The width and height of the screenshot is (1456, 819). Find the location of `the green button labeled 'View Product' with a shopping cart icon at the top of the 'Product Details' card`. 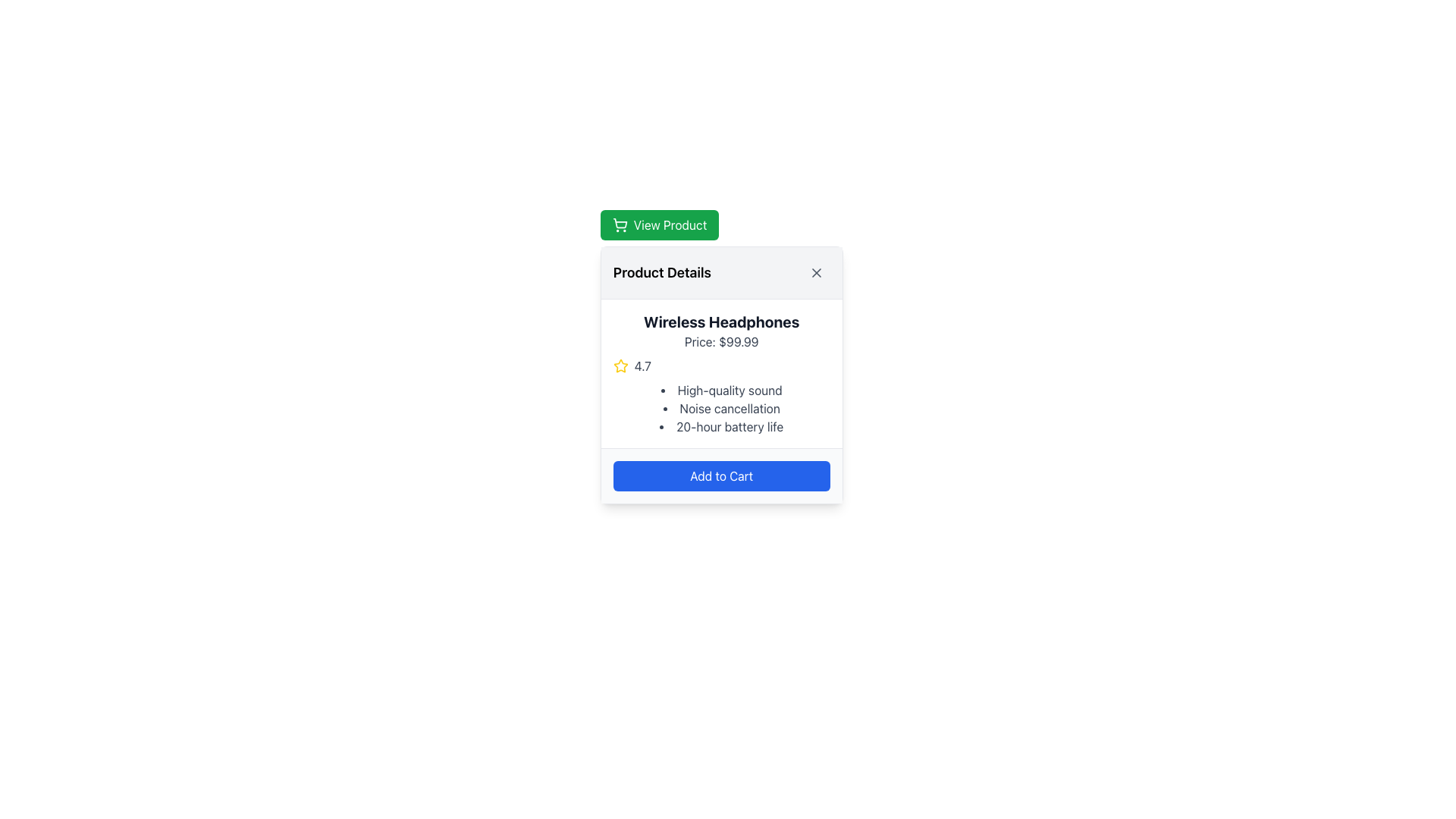

the green button labeled 'View Product' with a shopping cart icon at the top of the 'Product Details' card is located at coordinates (659, 225).